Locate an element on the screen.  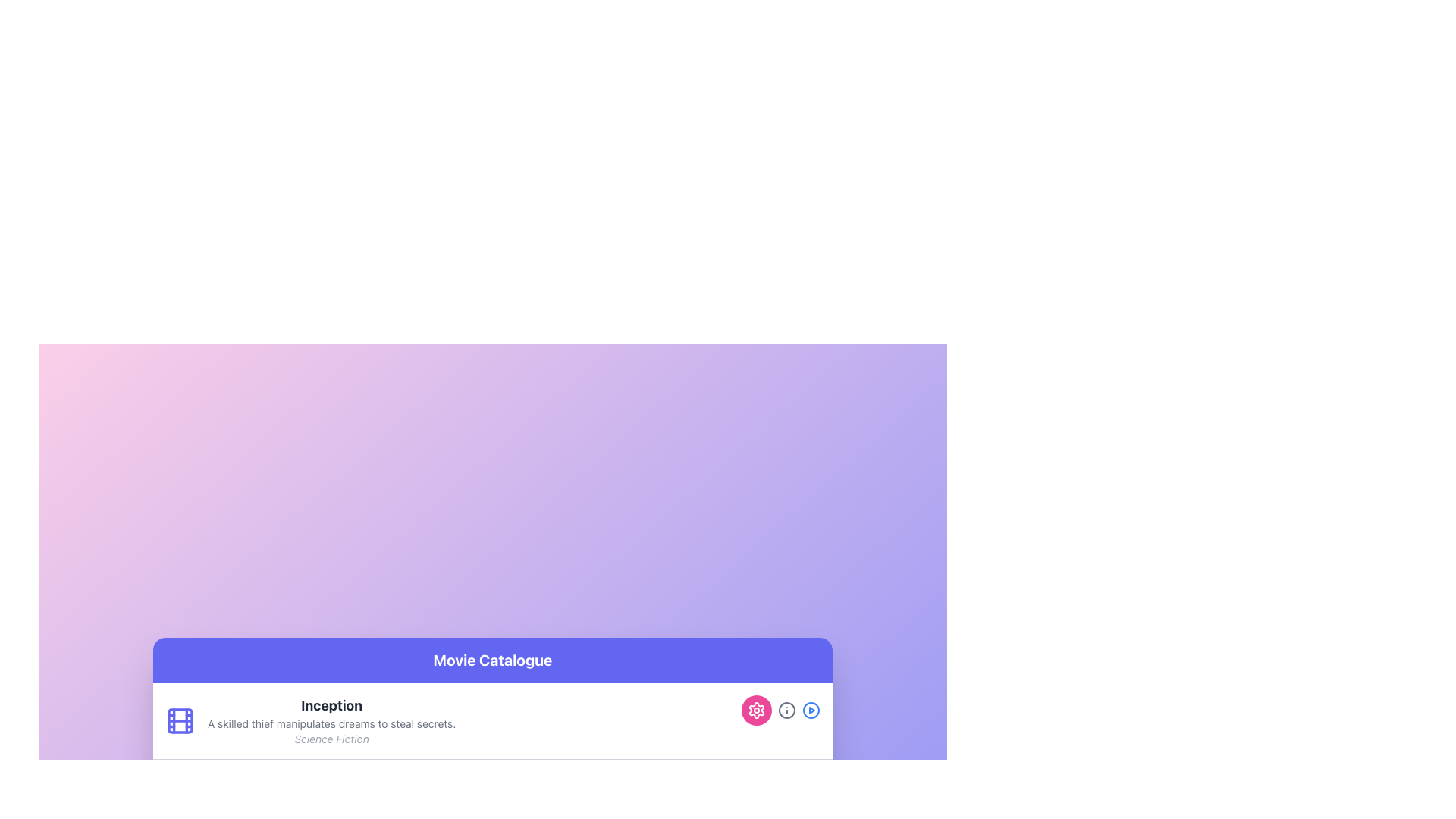
the leftmost circular button with a pink background and white gear icon located at the far right of the movie description row for 'Inception' is located at coordinates (781, 710).